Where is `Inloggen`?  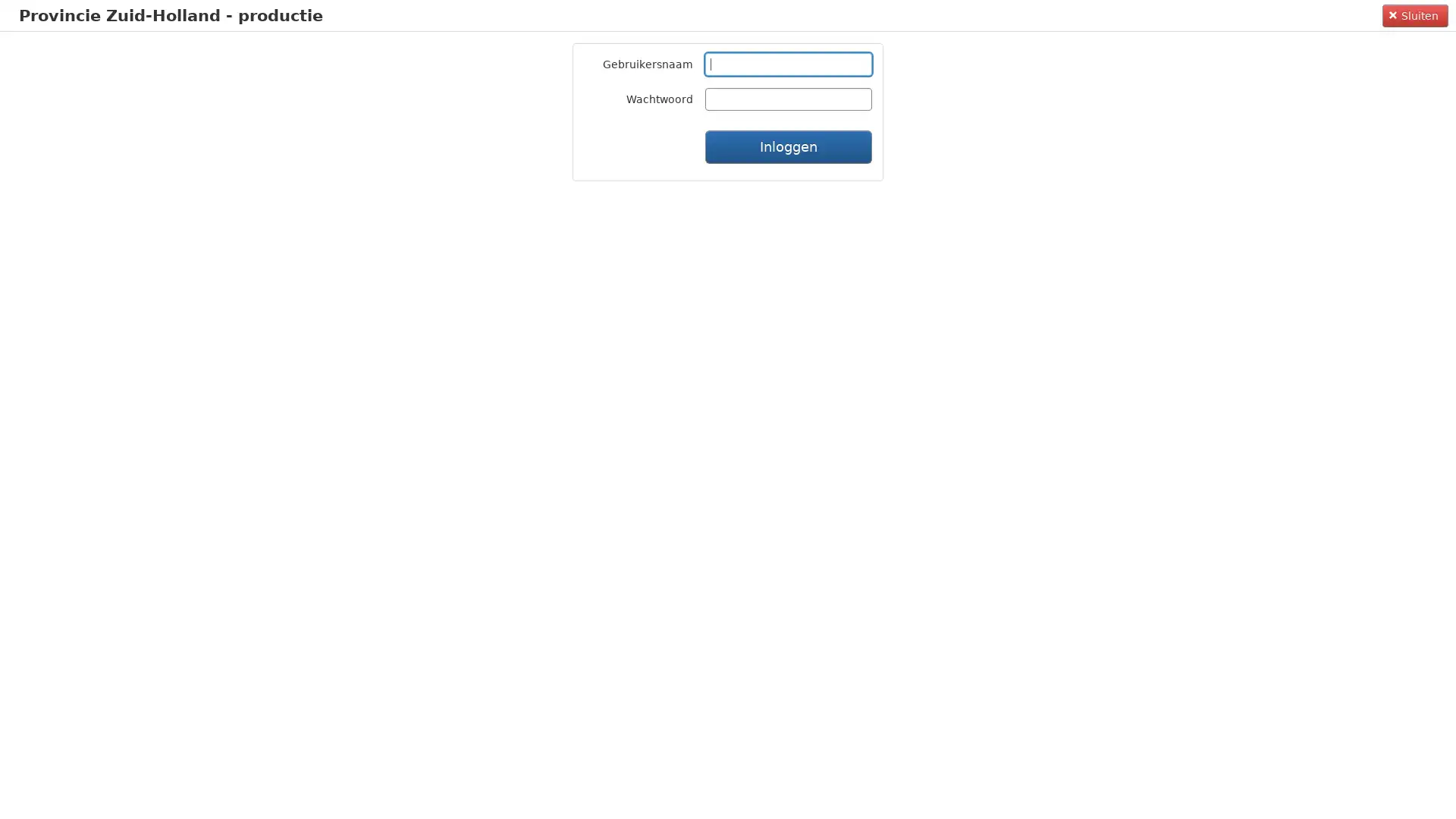 Inloggen is located at coordinates (789, 146).